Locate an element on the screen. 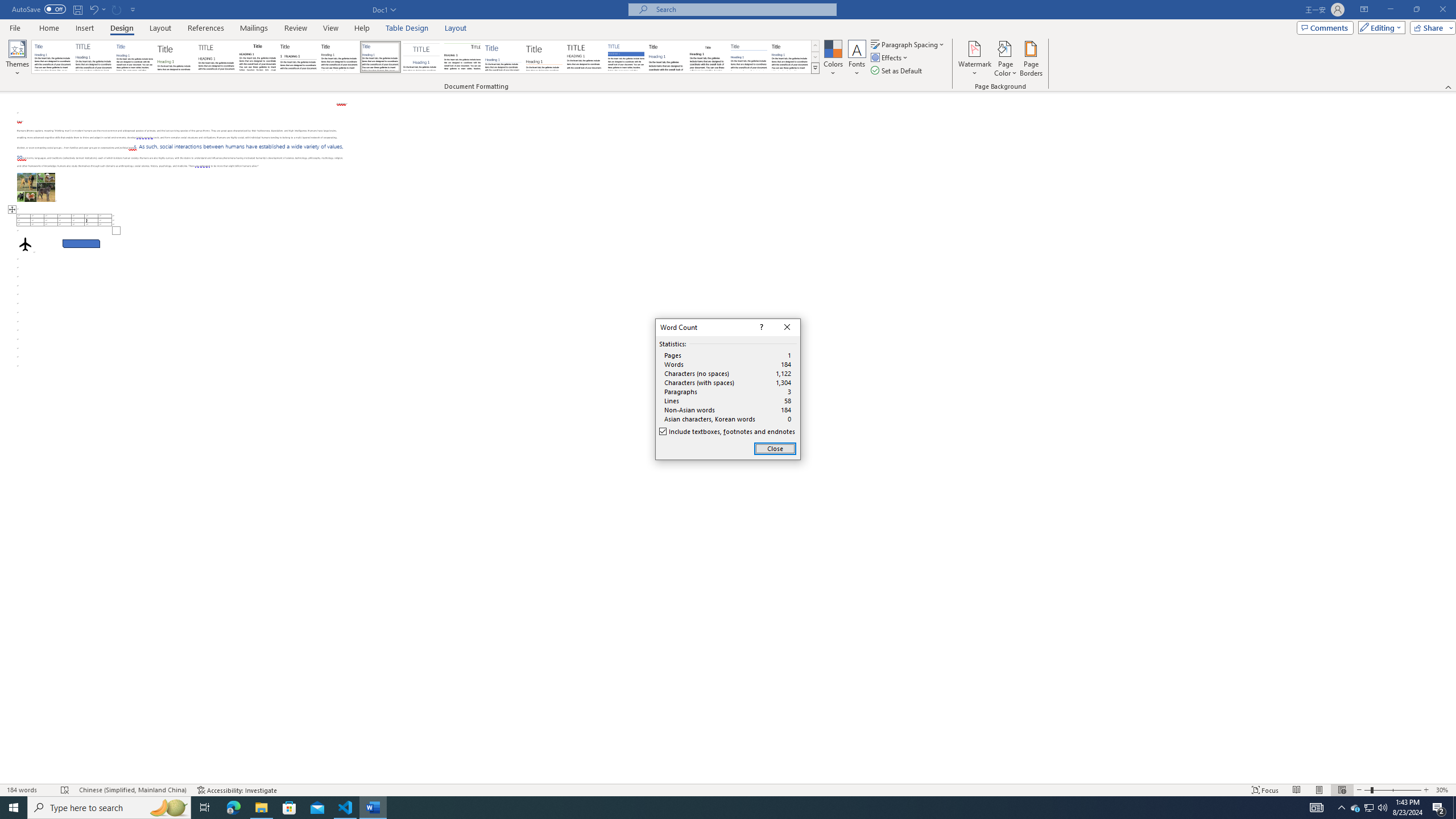  'Paragraph Spacing' is located at coordinates (908, 44).